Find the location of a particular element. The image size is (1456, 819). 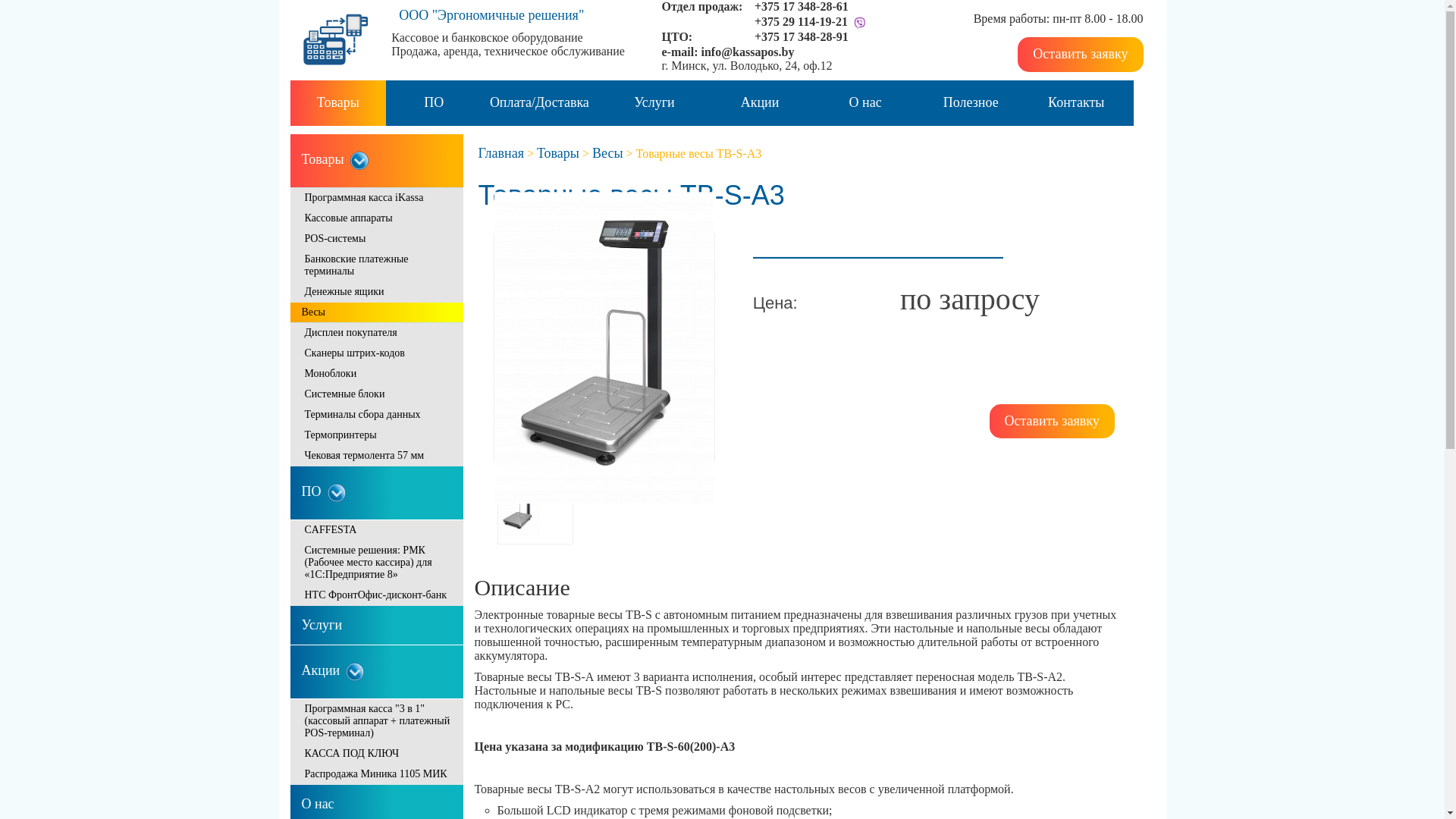

'+375 29 114-19-21' is located at coordinates (800, 21).